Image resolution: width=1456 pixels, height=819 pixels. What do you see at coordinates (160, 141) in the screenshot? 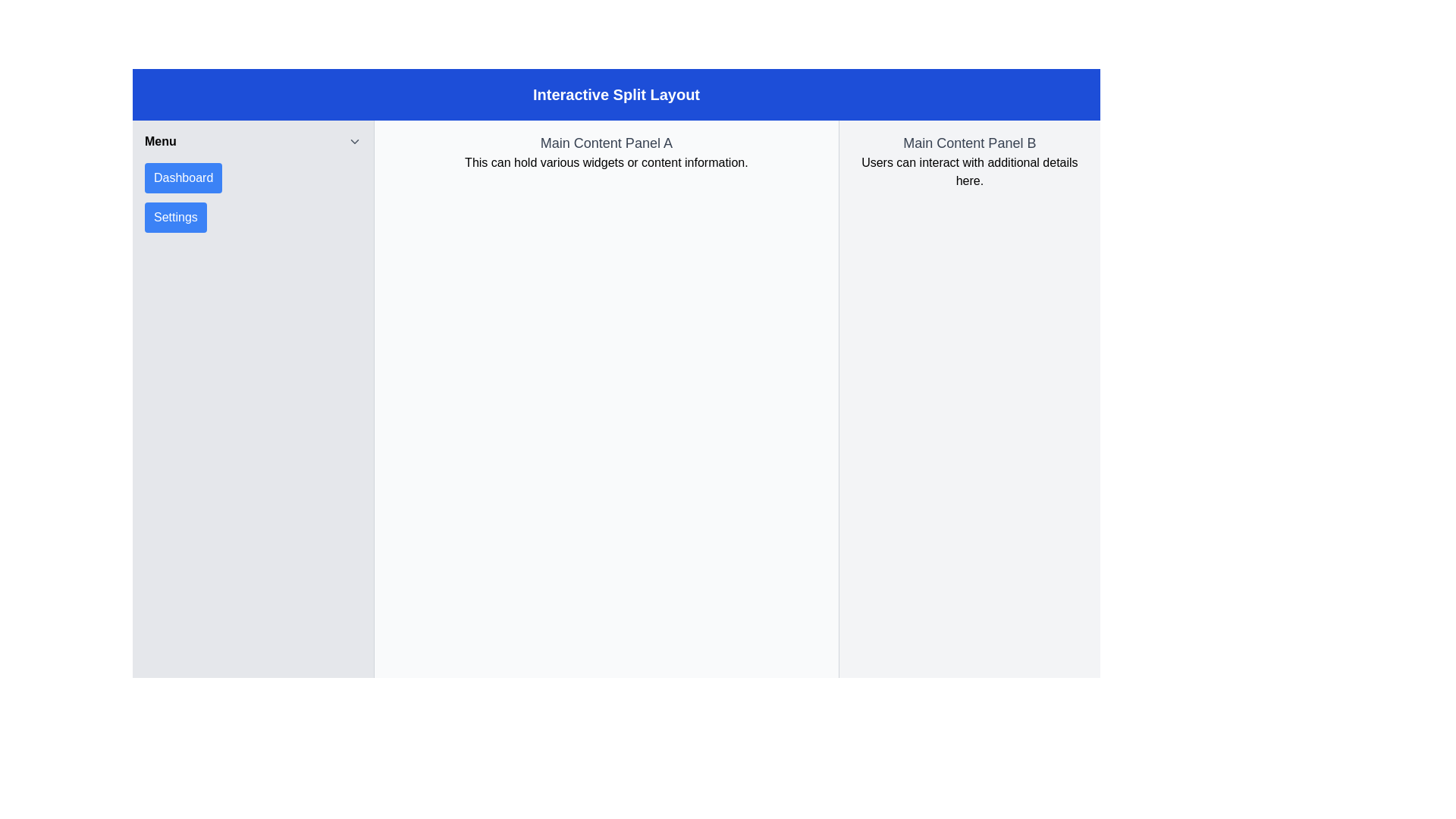
I see `the Text Label indicating the presence of menu options in the sidebar, located in the top-left portion of the interface` at bounding box center [160, 141].